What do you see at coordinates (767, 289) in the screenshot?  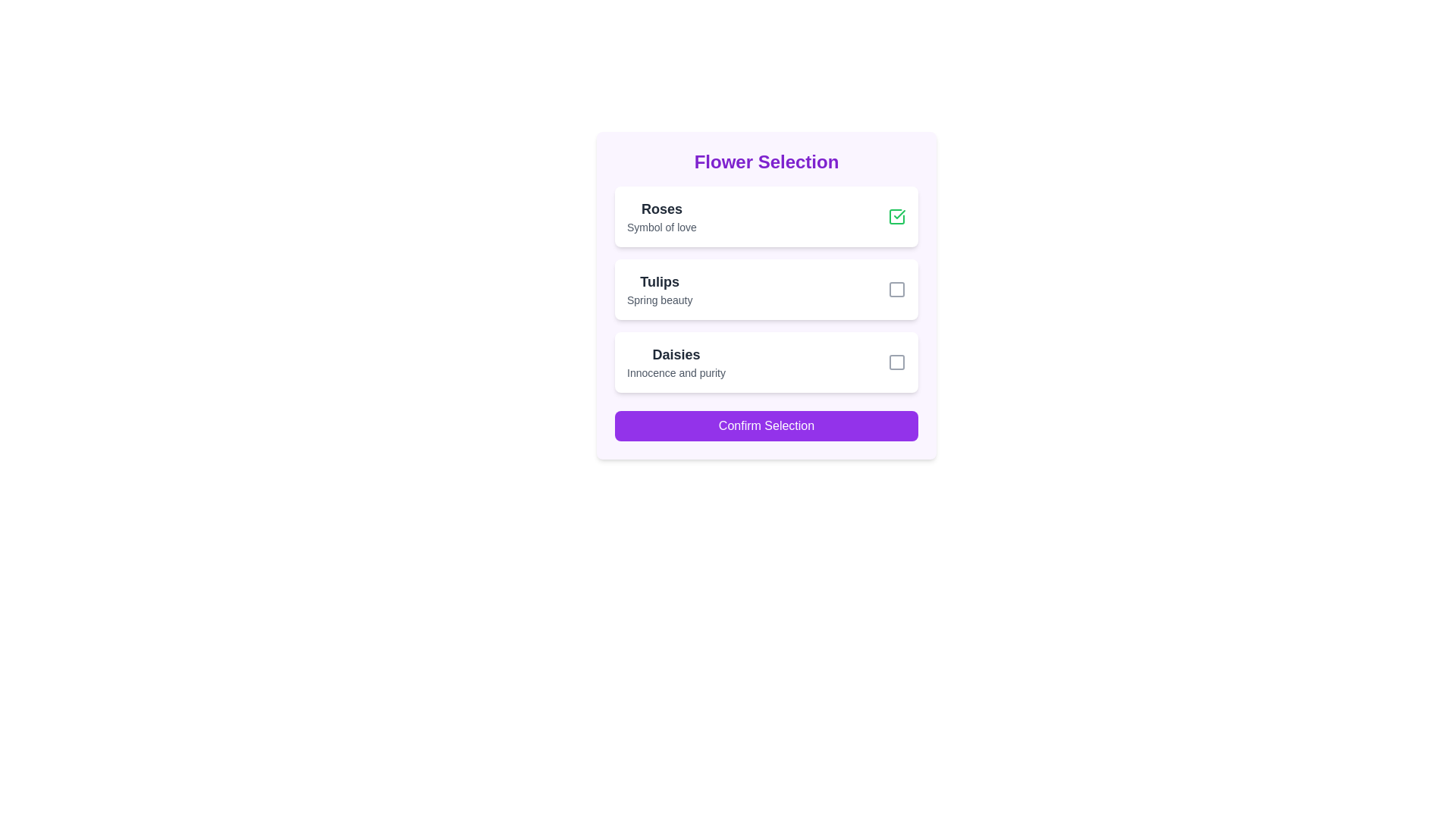 I see `the 'Tulips' option box` at bounding box center [767, 289].